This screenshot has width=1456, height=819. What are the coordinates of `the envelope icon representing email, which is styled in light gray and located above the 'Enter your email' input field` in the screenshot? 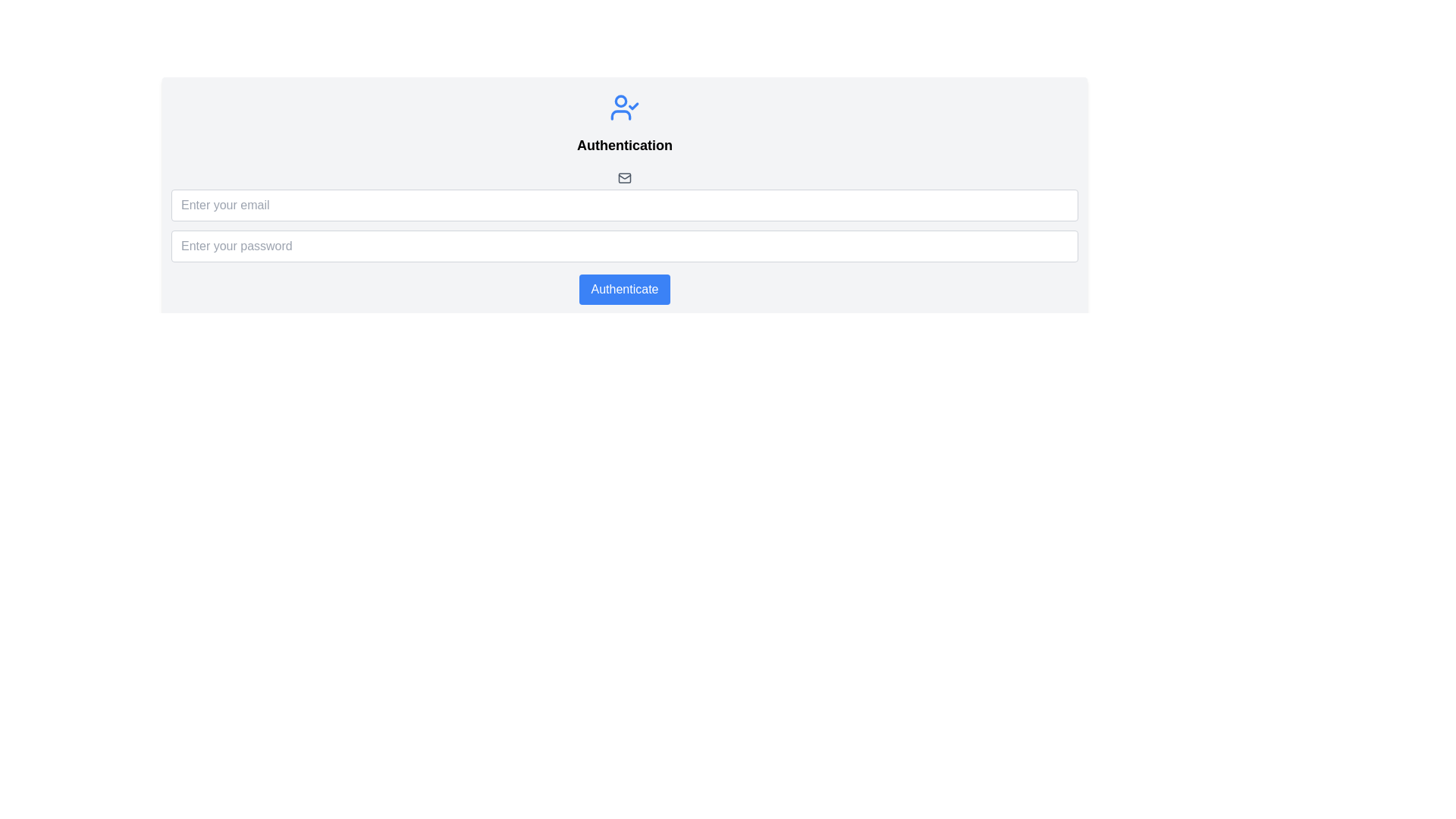 It's located at (625, 177).